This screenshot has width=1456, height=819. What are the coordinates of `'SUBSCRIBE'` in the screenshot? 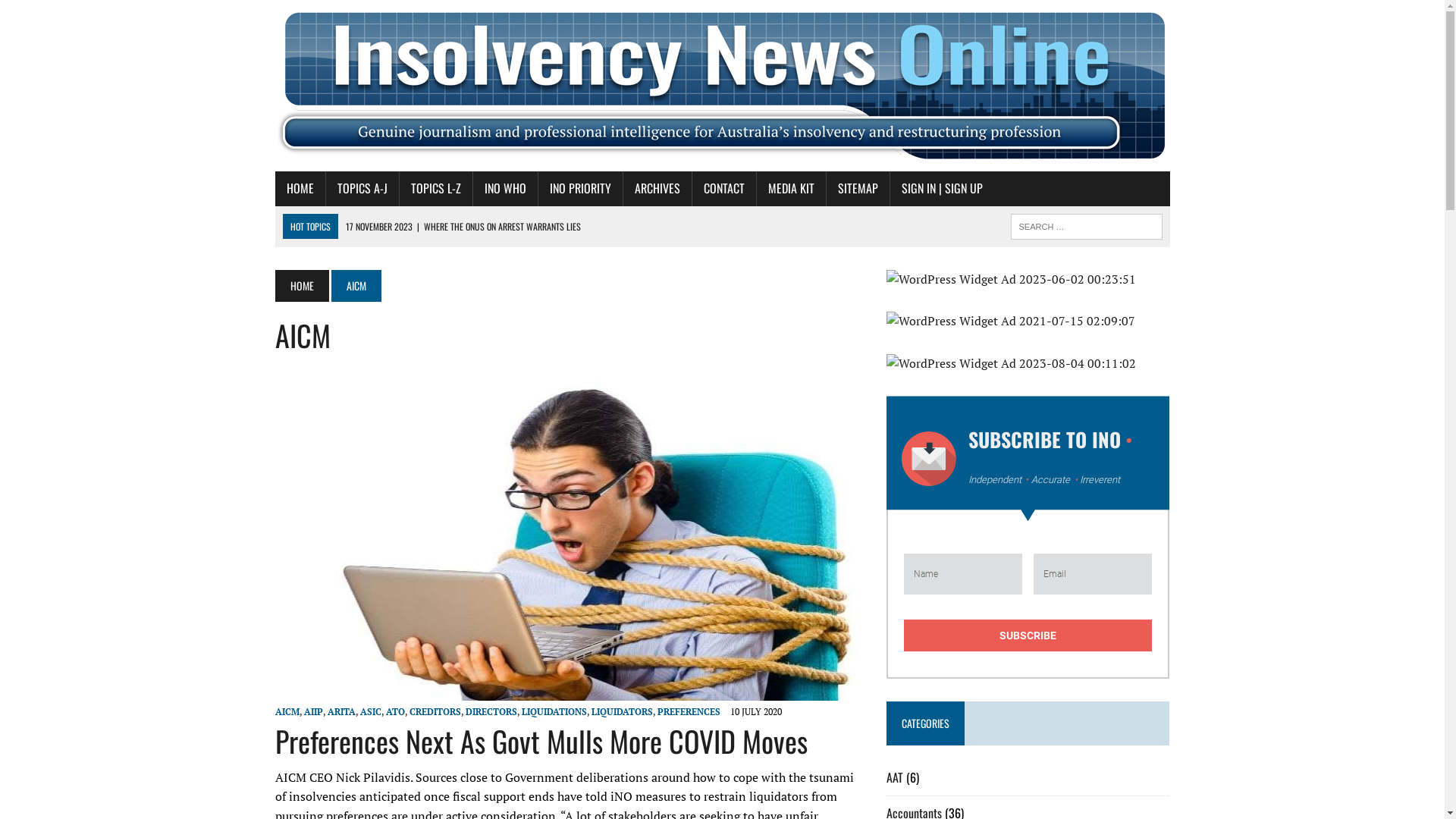 It's located at (1028, 635).